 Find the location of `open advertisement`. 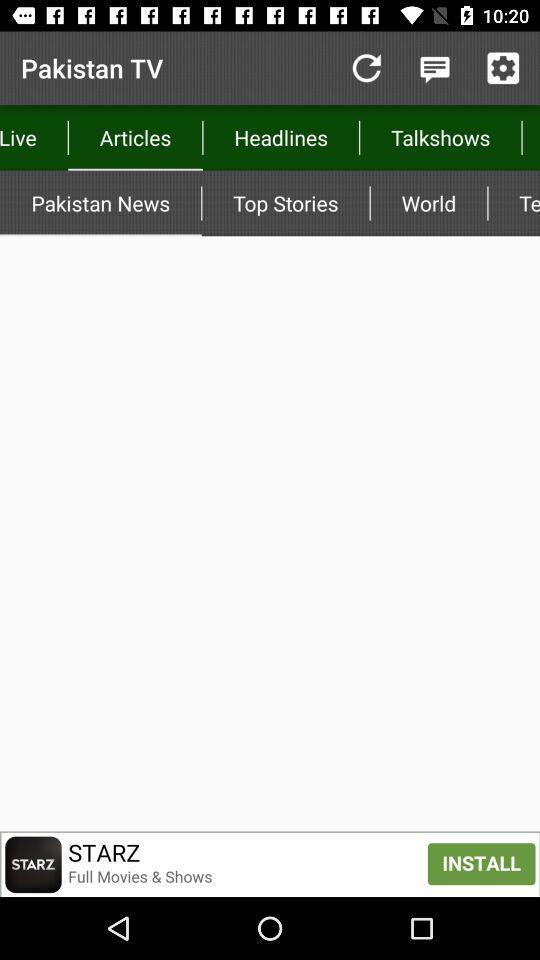

open advertisement is located at coordinates (270, 863).